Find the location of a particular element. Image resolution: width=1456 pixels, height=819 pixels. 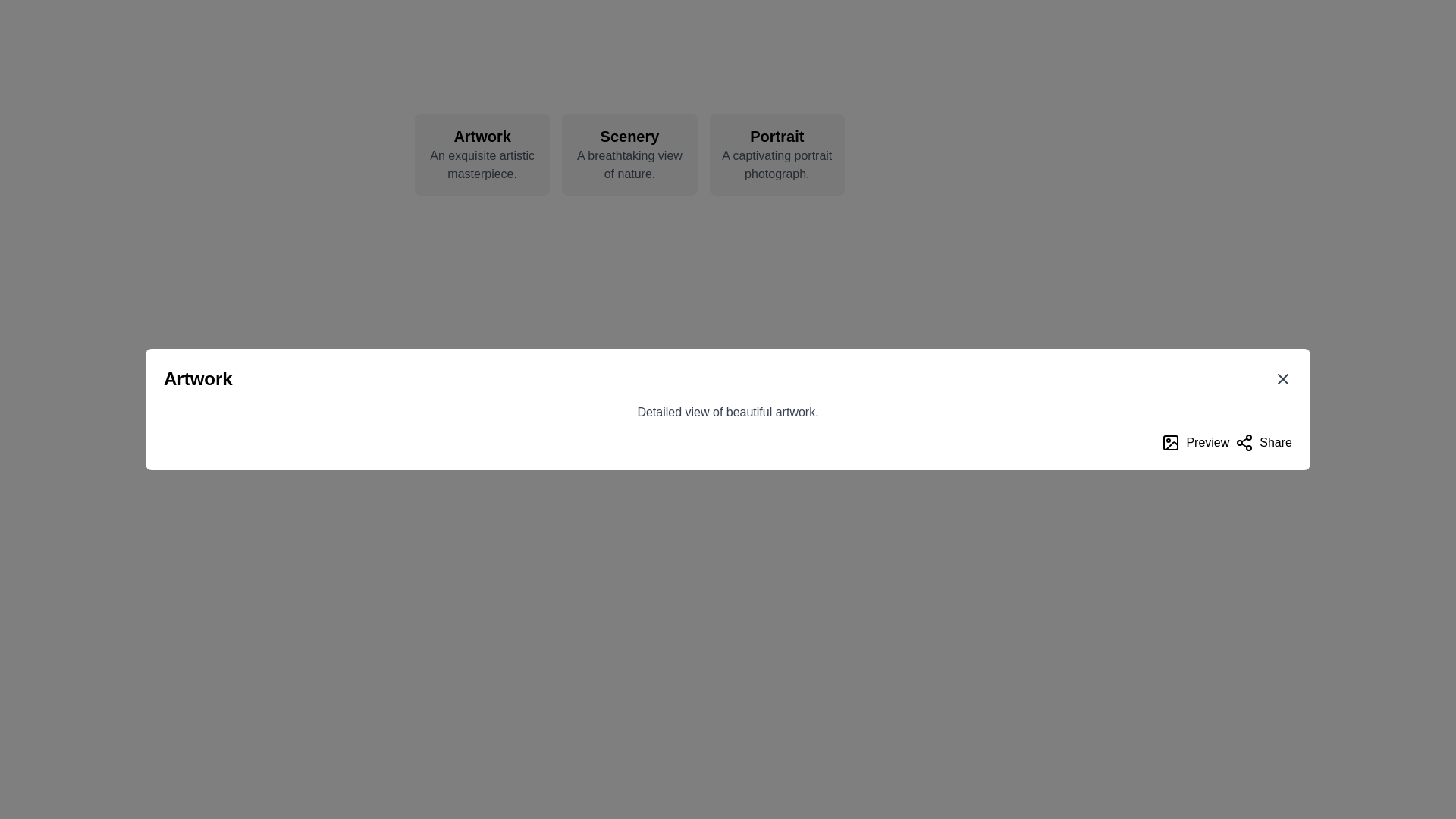

the 'Share' button, which is a horizontal button with a white background and an icon of interconnected nodes, located towards the bottom-right corner of the interface is located at coordinates (1263, 442).